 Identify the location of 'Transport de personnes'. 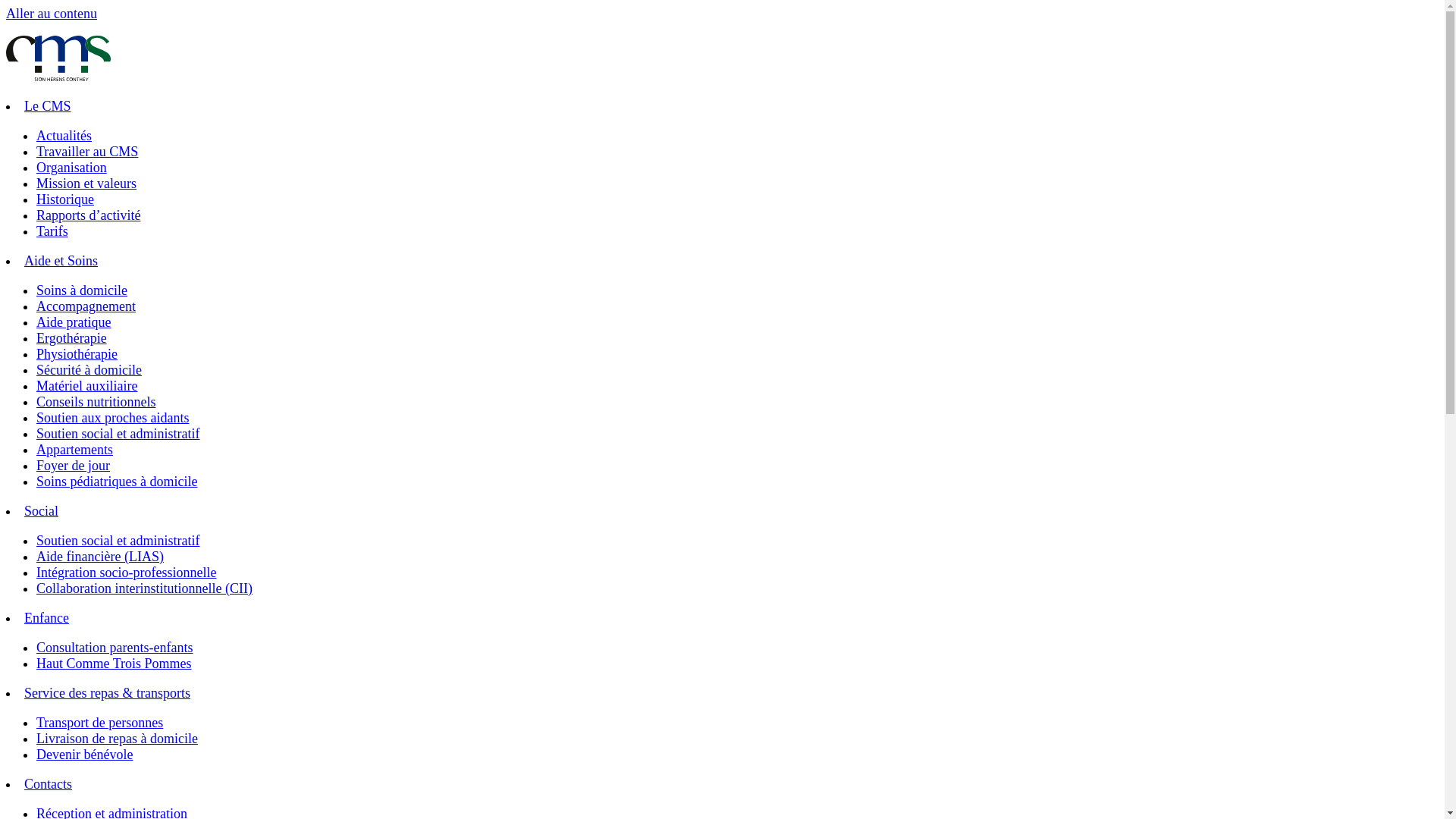
(99, 721).